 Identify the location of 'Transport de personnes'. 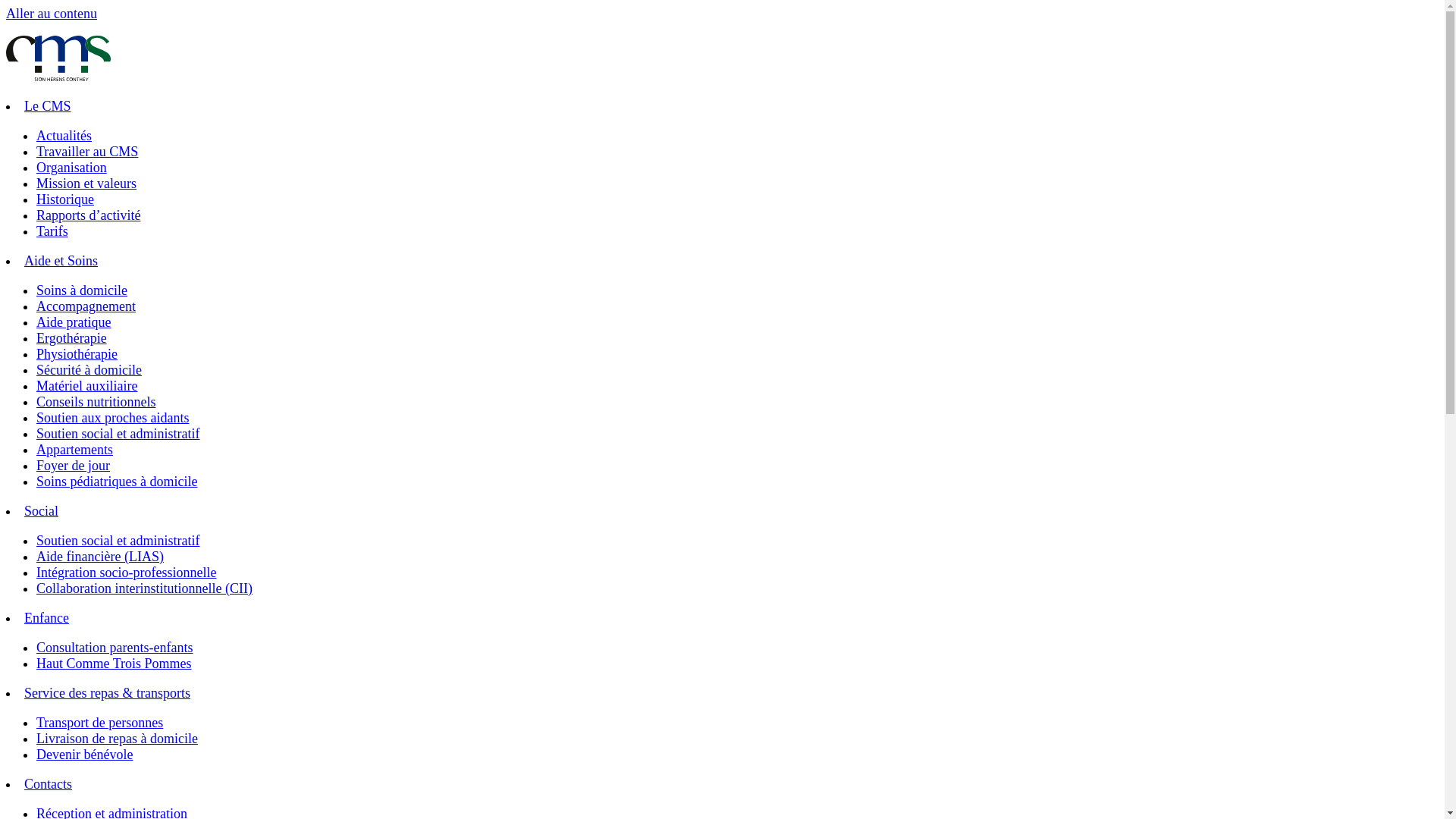
(99, 721).